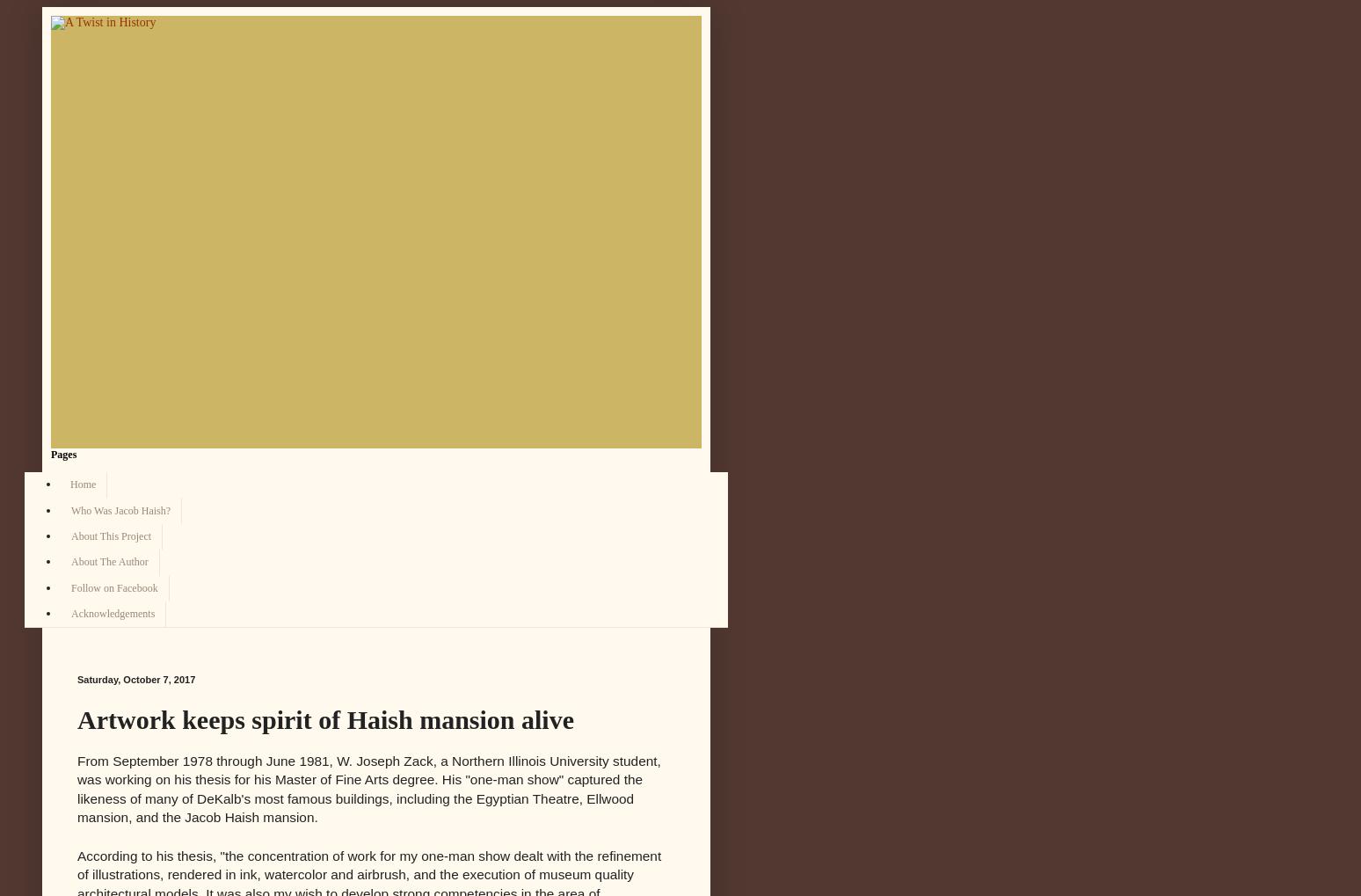 This screenshot has height=896, width=1361. I want to click on 'Follow on Facebook', so click(114, 586).